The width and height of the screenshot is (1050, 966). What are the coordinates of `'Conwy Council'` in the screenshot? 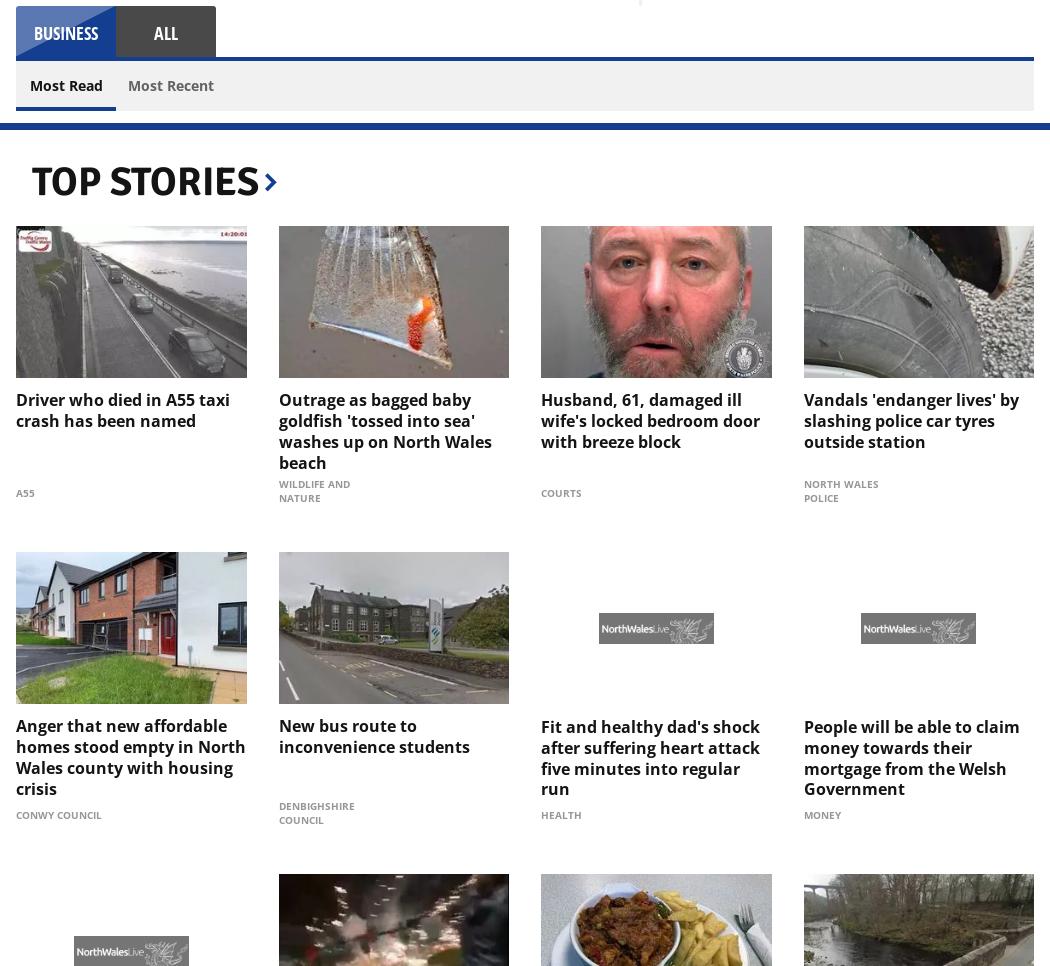 It's located at (15, 815).